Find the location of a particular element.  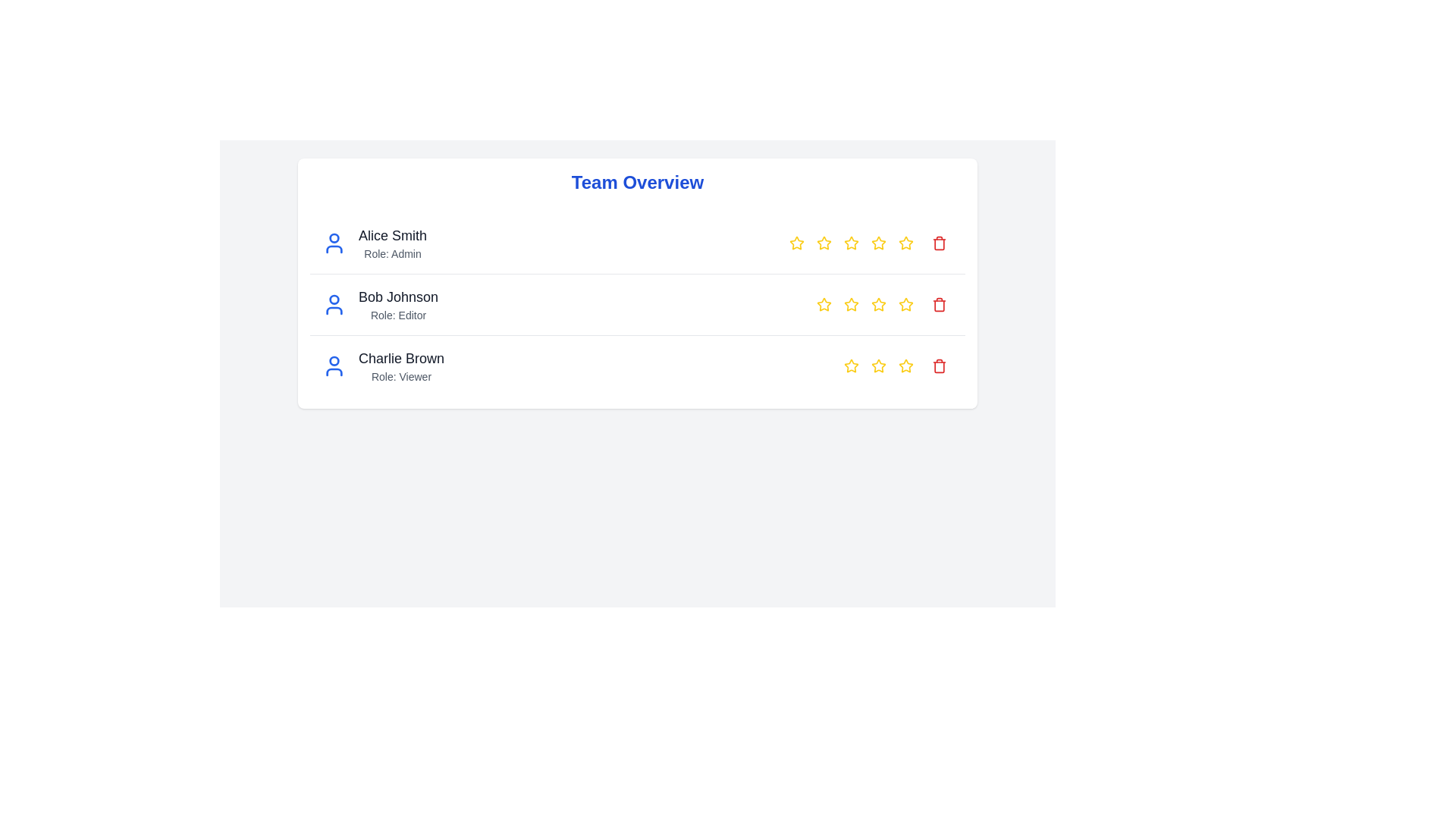

the text label displaying 'Role: Admin' which is located beneath 'Alice Smith' in the team overview list is located at coordinates (393, 253).